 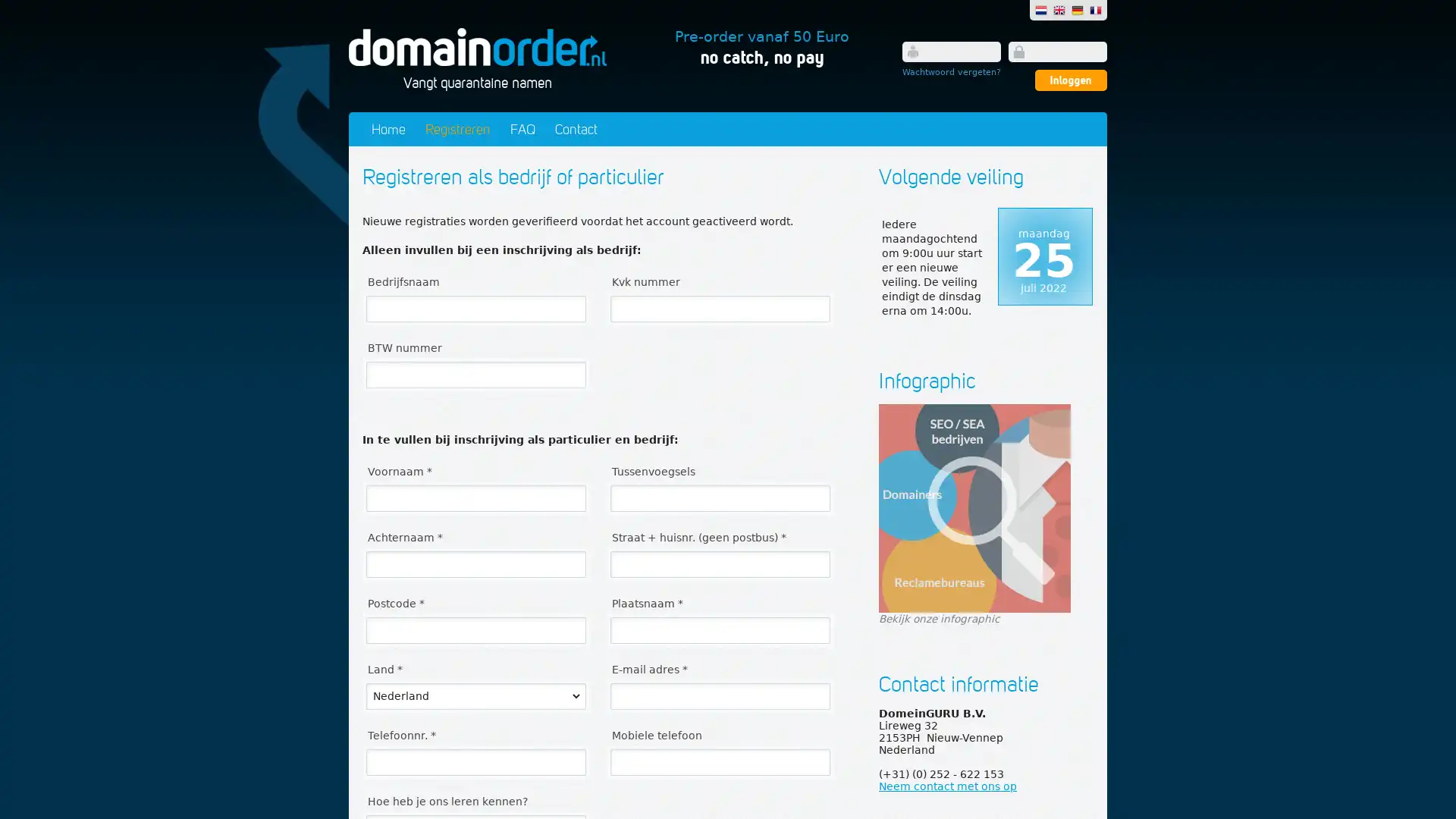 What do you see at coordinates (1070, 80) in the screenshot?
I see `Inloggen` at bounding box center [1070, 80].